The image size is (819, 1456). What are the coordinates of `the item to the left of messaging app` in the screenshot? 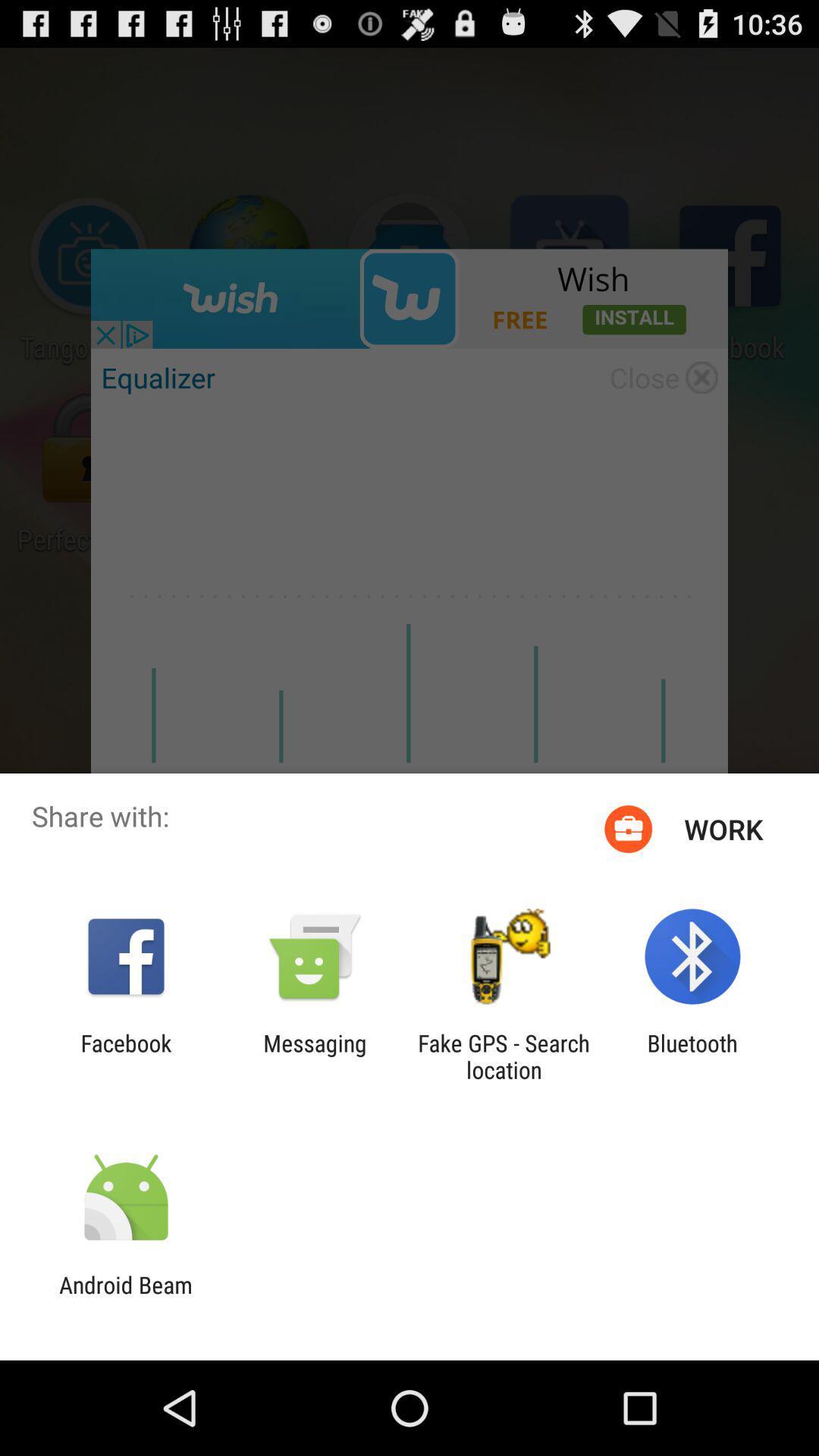 It's located at (125, 1056).